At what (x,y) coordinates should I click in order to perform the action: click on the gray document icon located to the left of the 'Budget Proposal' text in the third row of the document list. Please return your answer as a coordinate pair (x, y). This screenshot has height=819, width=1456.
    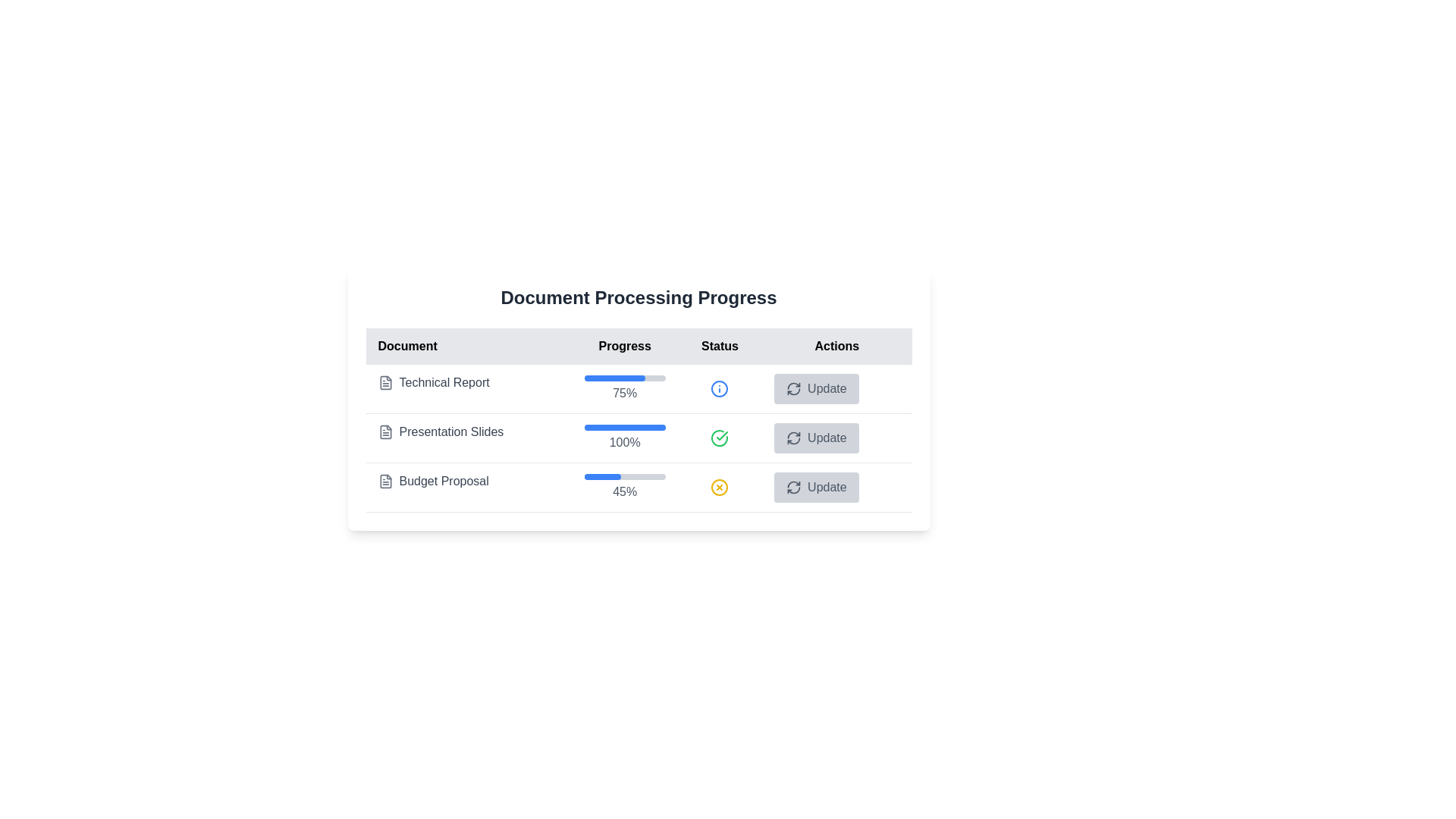
    Looking at the image, I should click on (385, 482).